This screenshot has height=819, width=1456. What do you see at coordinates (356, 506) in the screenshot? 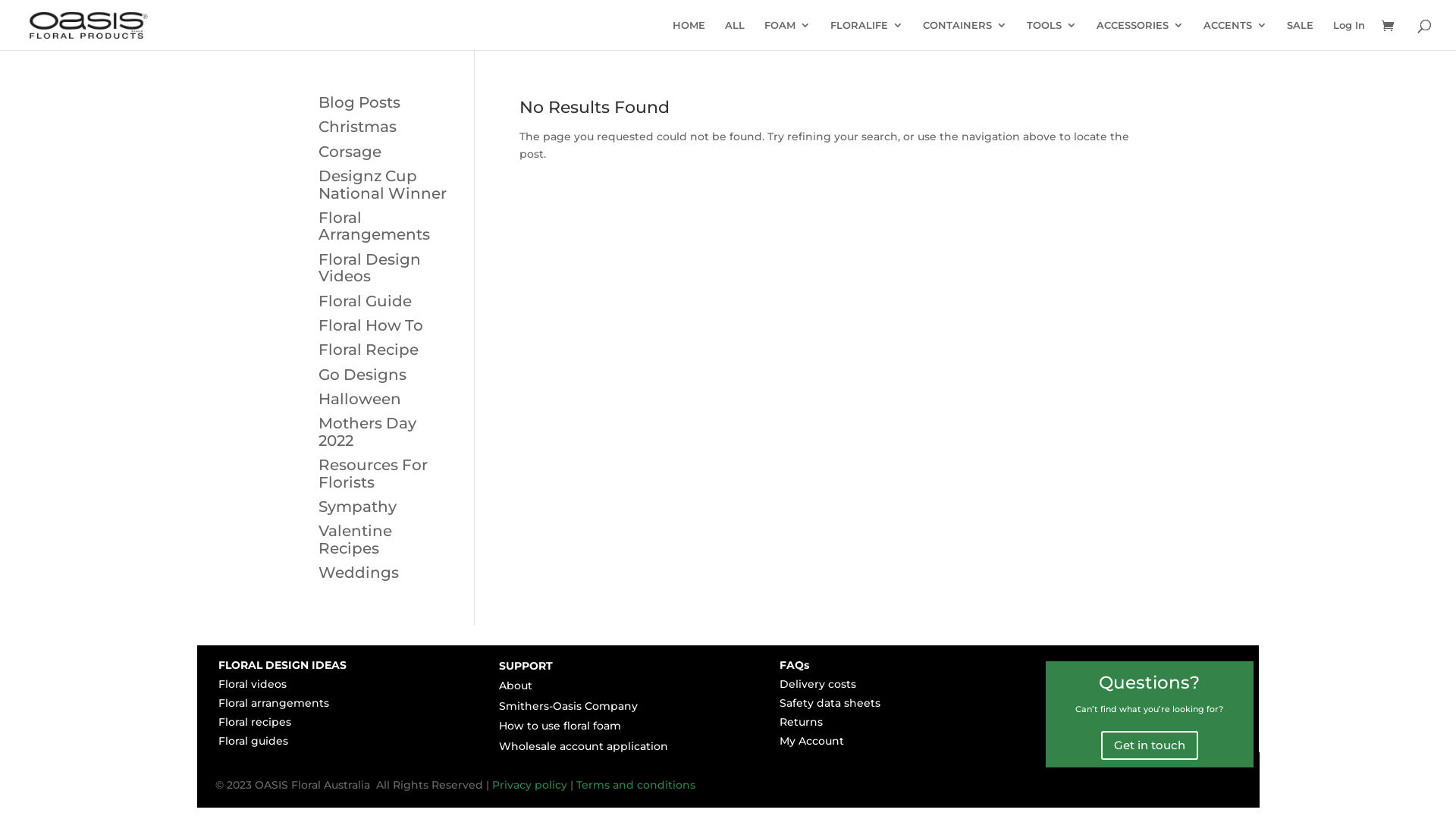
I see `'Sympathy'` at bounding box center [356, 506].